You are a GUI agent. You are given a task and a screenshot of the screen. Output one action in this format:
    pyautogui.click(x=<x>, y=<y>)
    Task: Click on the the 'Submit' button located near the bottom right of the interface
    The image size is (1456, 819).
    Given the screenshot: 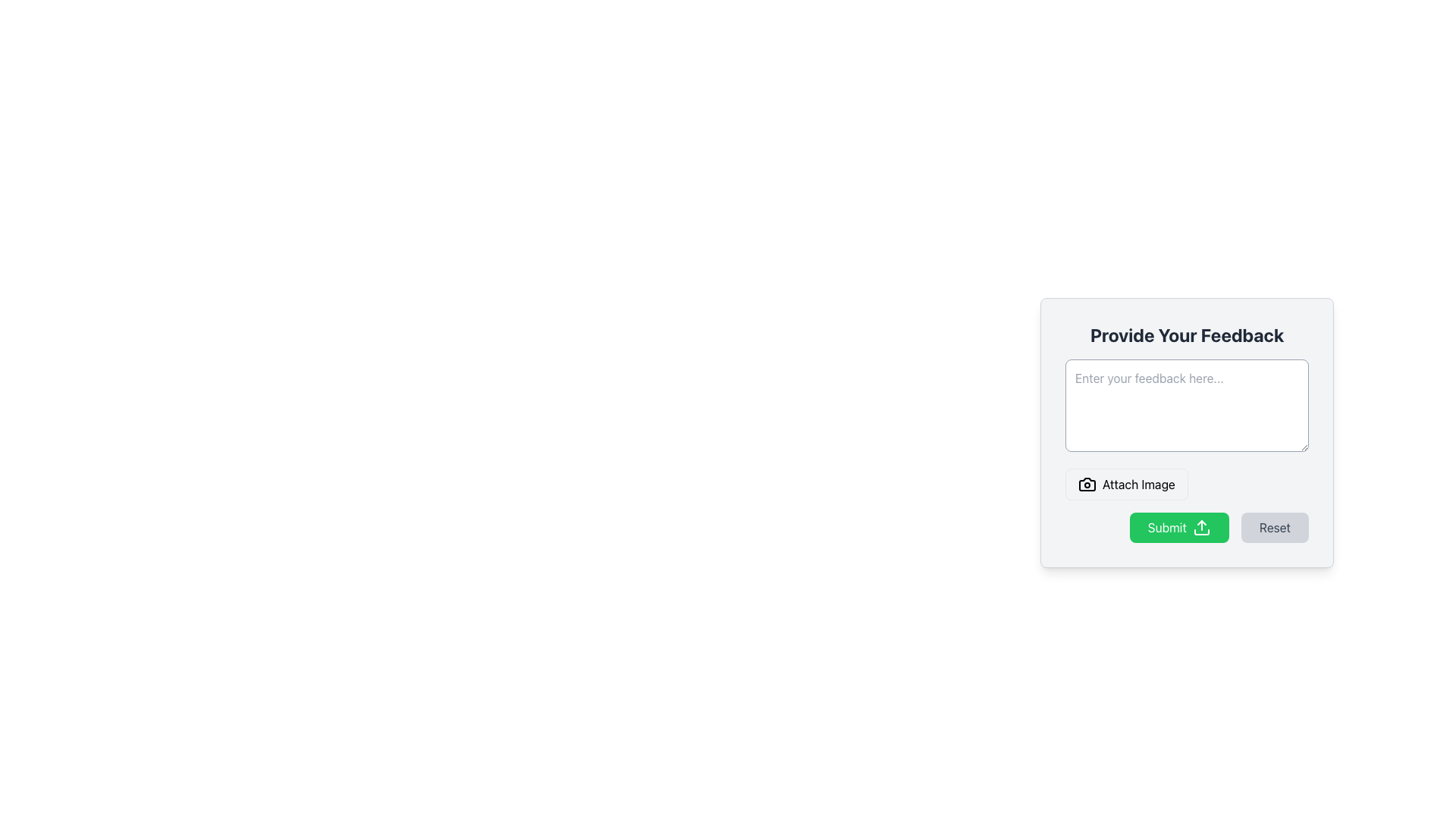 What is the action you would take?
    pyautogui.click(x=1178, y=526)
    